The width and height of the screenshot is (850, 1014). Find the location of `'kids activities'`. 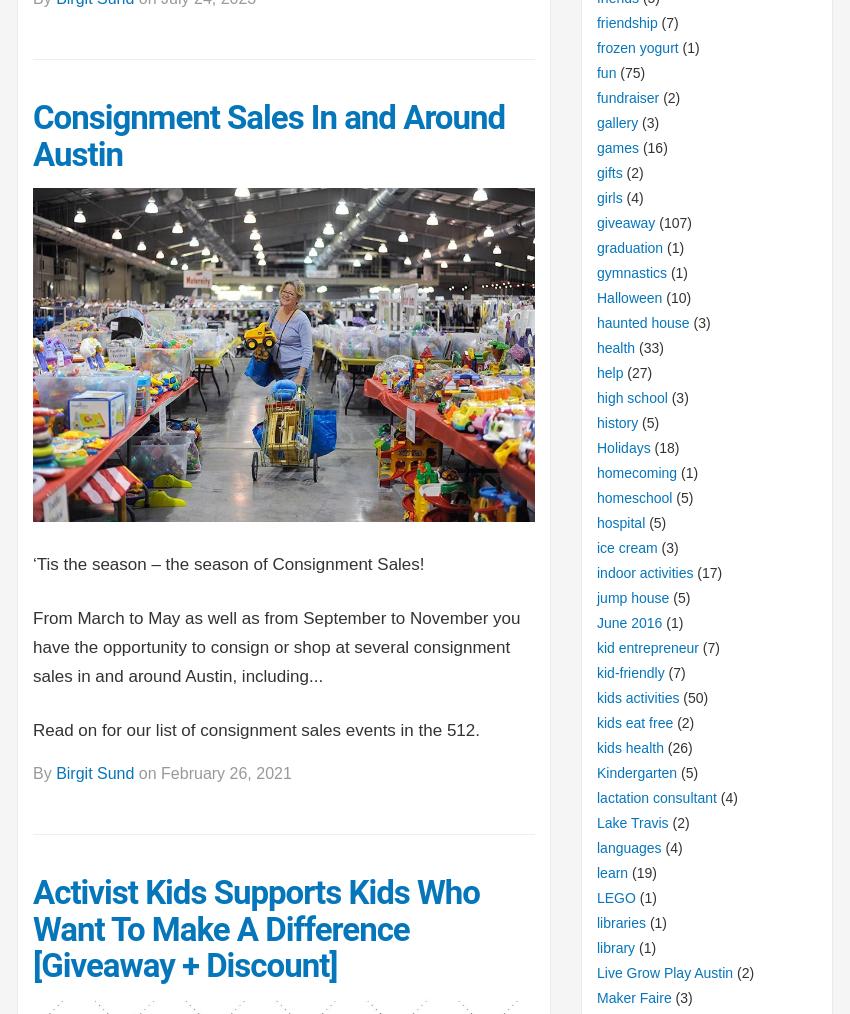

'kids activities' is located at coordinates (636, 696).